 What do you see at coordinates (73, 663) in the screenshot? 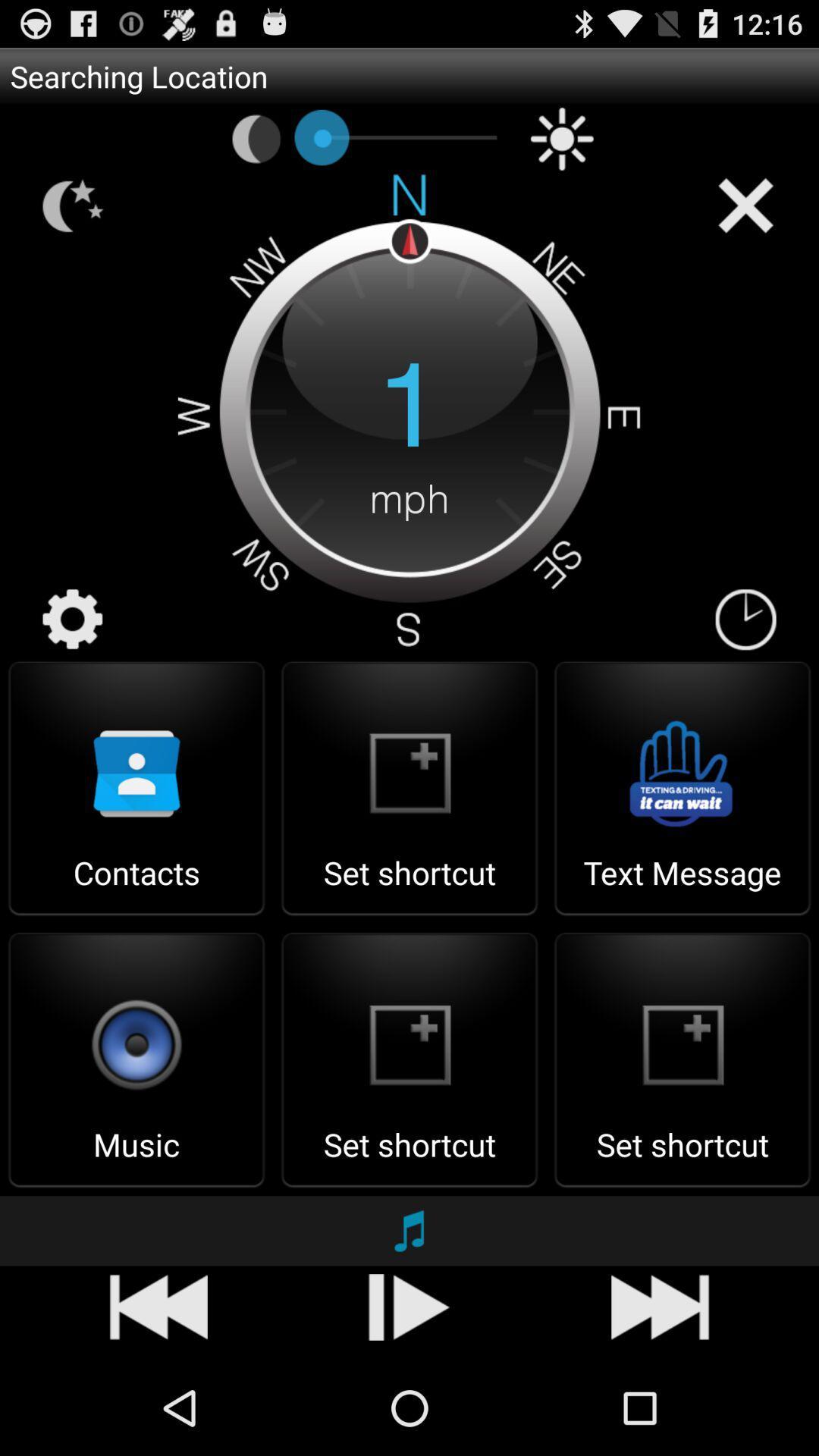
I see `the settings icon` at bounding box center [73, 663].